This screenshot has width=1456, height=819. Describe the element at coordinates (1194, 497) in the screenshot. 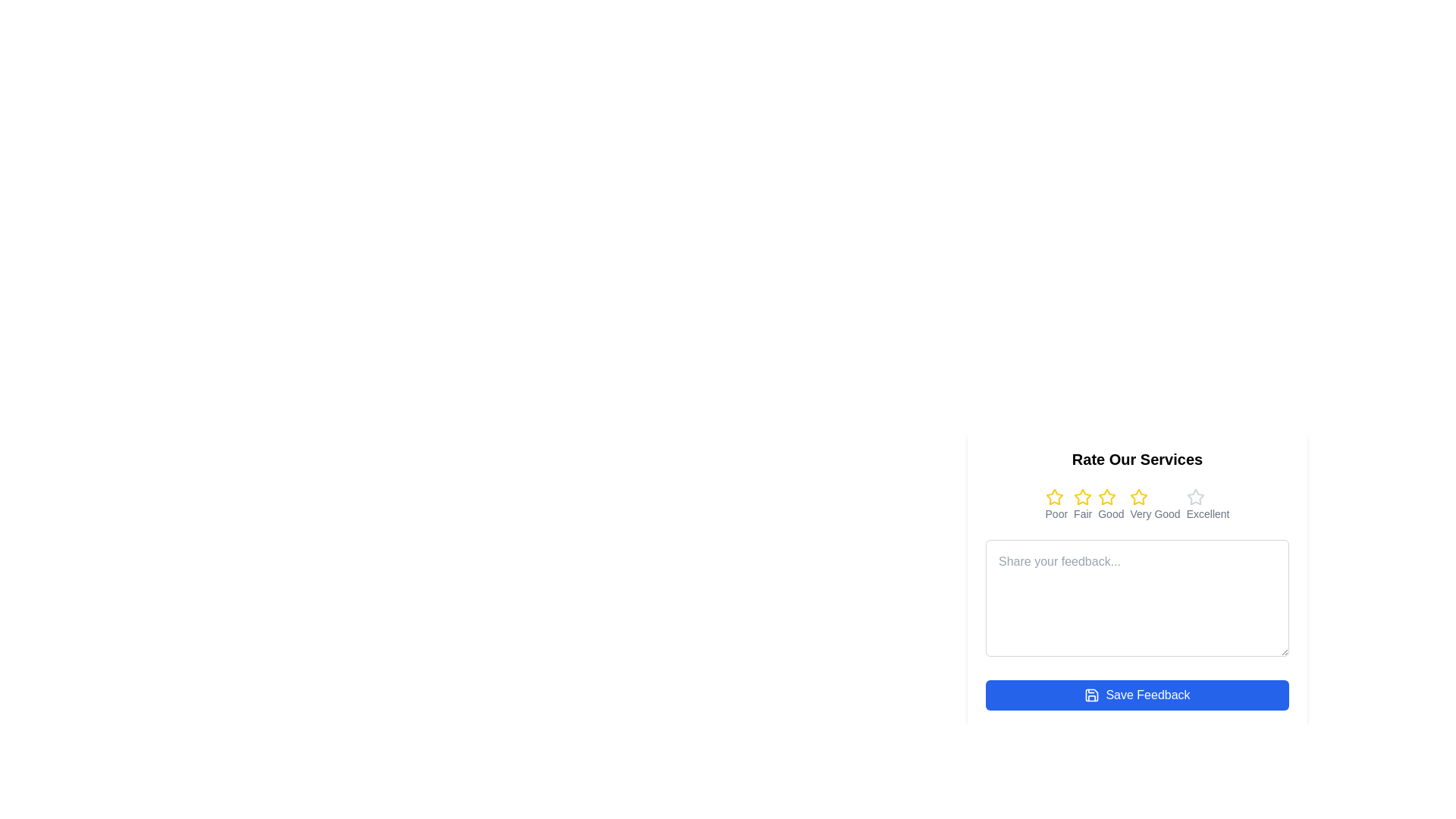

I see `the fifth star-shaped icon in the rating system` at that location.